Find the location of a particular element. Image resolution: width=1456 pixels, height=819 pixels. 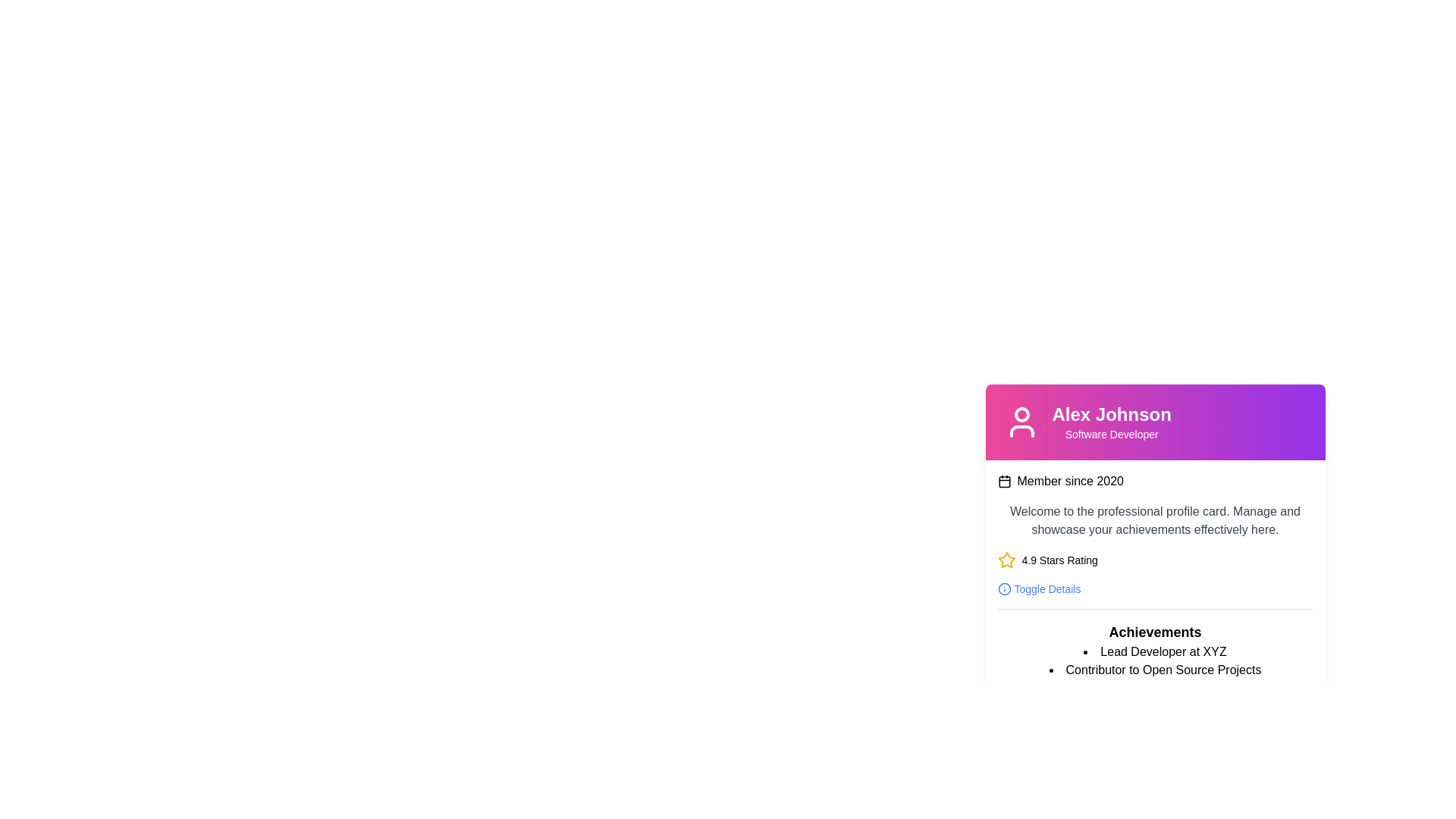

the calendar icon that represents the member's joining date, located to the left of the text 'Member since 2020' is located at coordinates (1004, 482).